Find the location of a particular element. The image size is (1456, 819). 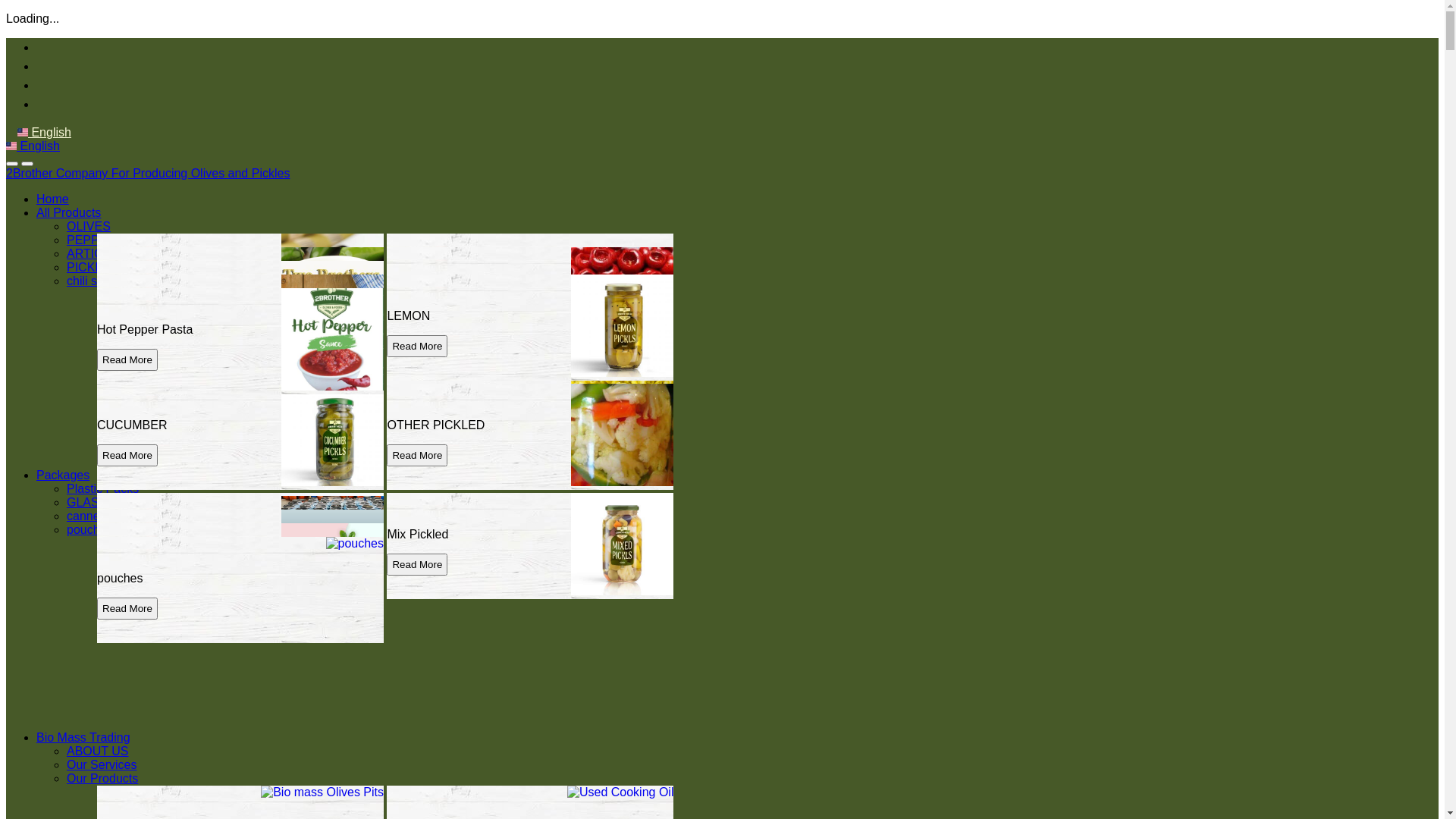

'All Products' is located at coordinates (67, 212).